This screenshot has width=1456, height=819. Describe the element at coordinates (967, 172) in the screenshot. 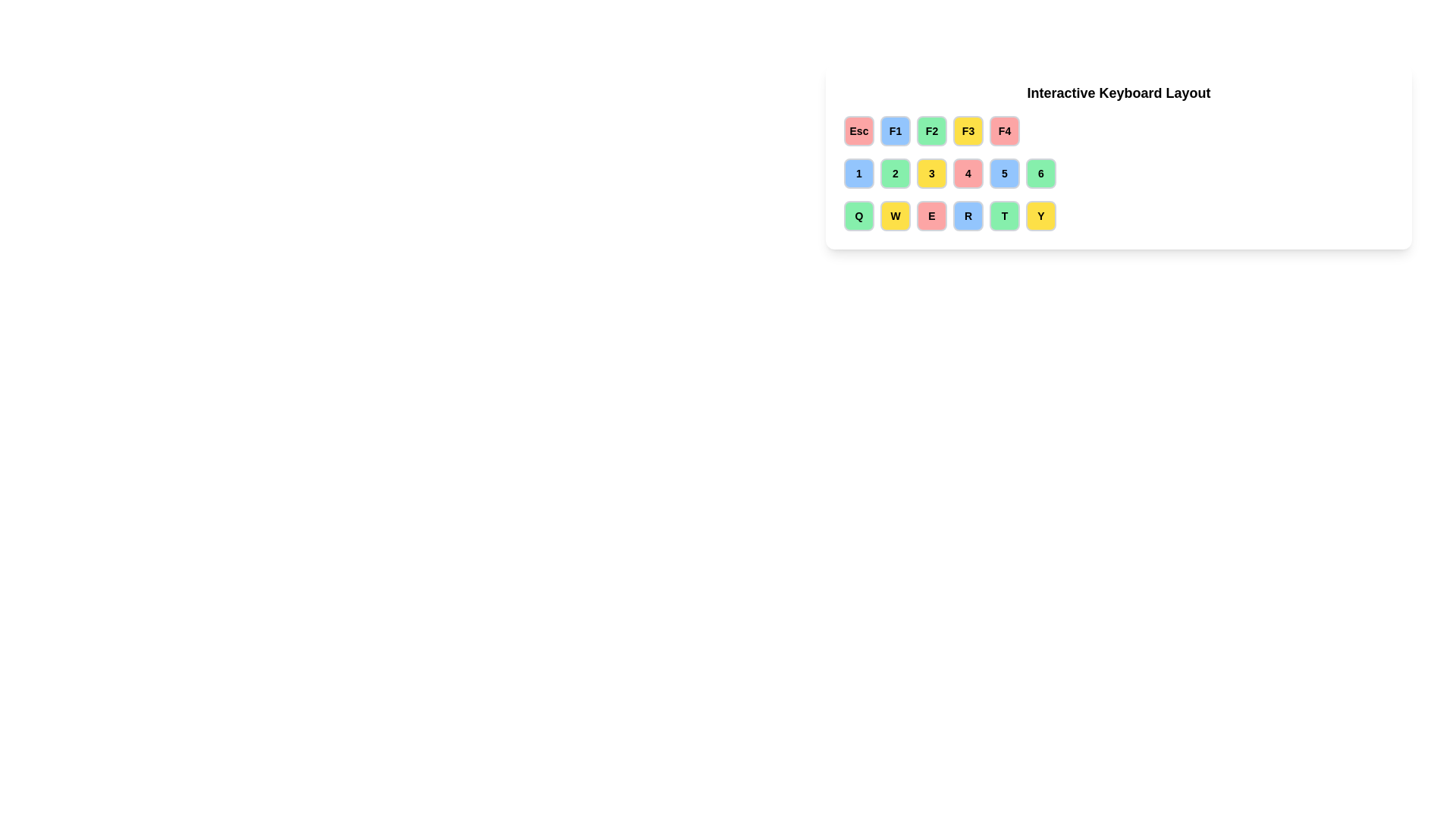

I see `the square button with a pink-red background and the number '4' in bold black text, located in the middle row of the grid layout, fourth from the left` at that location.